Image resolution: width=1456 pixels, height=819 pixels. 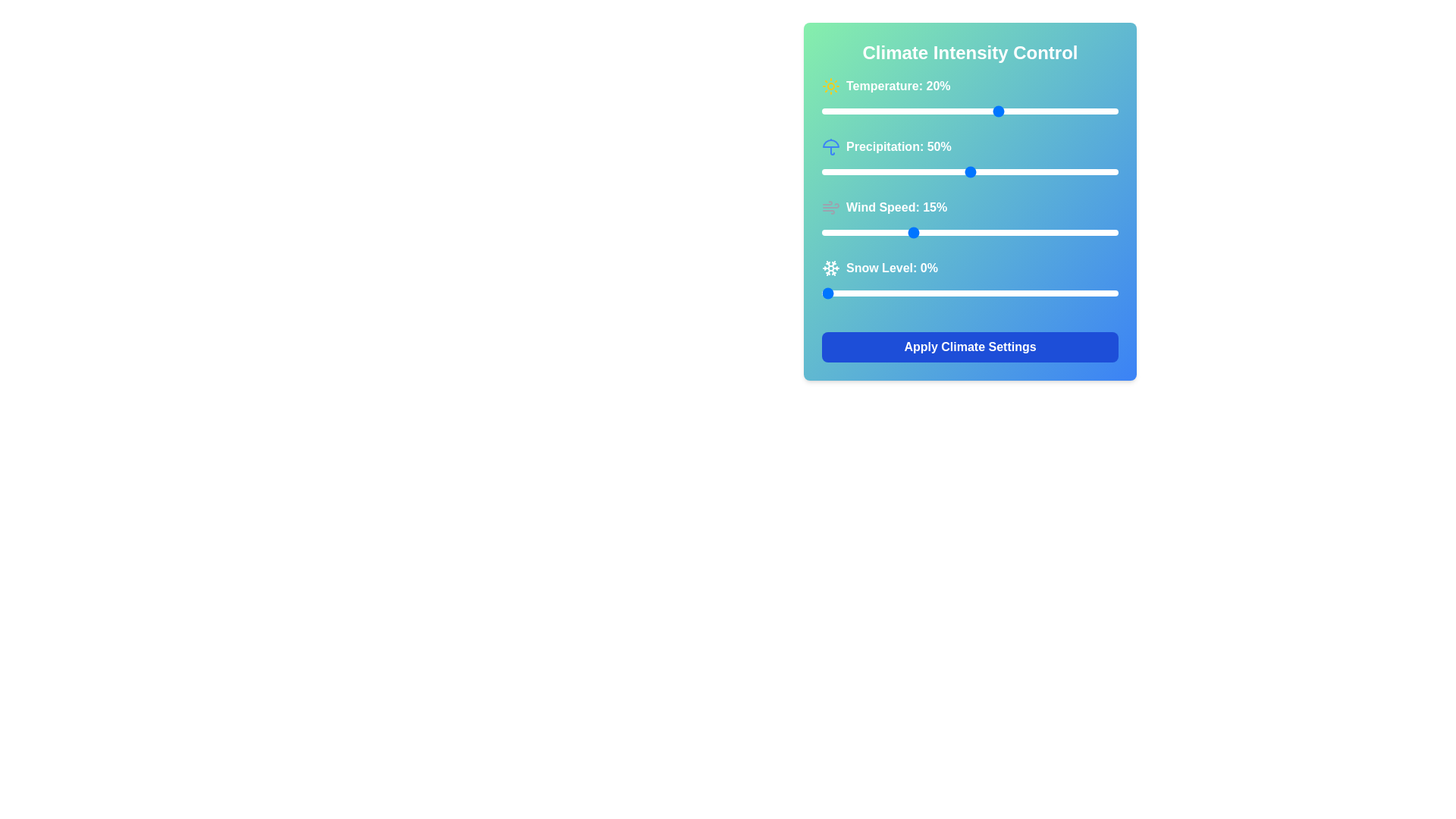 I want to click on wind speed, so click(x=1112, y=233).